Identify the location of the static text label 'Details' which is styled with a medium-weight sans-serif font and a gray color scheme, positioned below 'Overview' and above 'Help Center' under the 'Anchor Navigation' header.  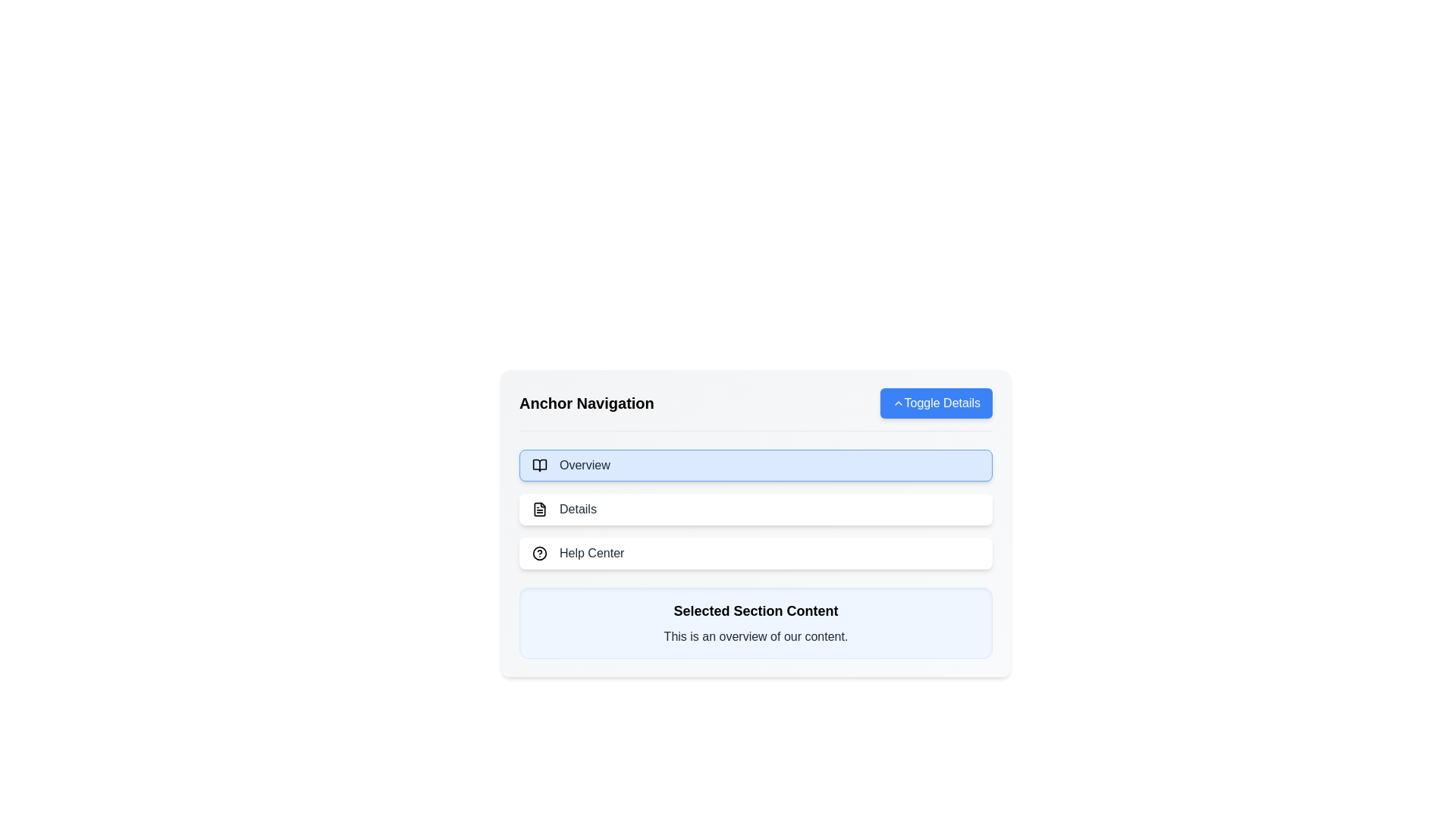
(577, 509).